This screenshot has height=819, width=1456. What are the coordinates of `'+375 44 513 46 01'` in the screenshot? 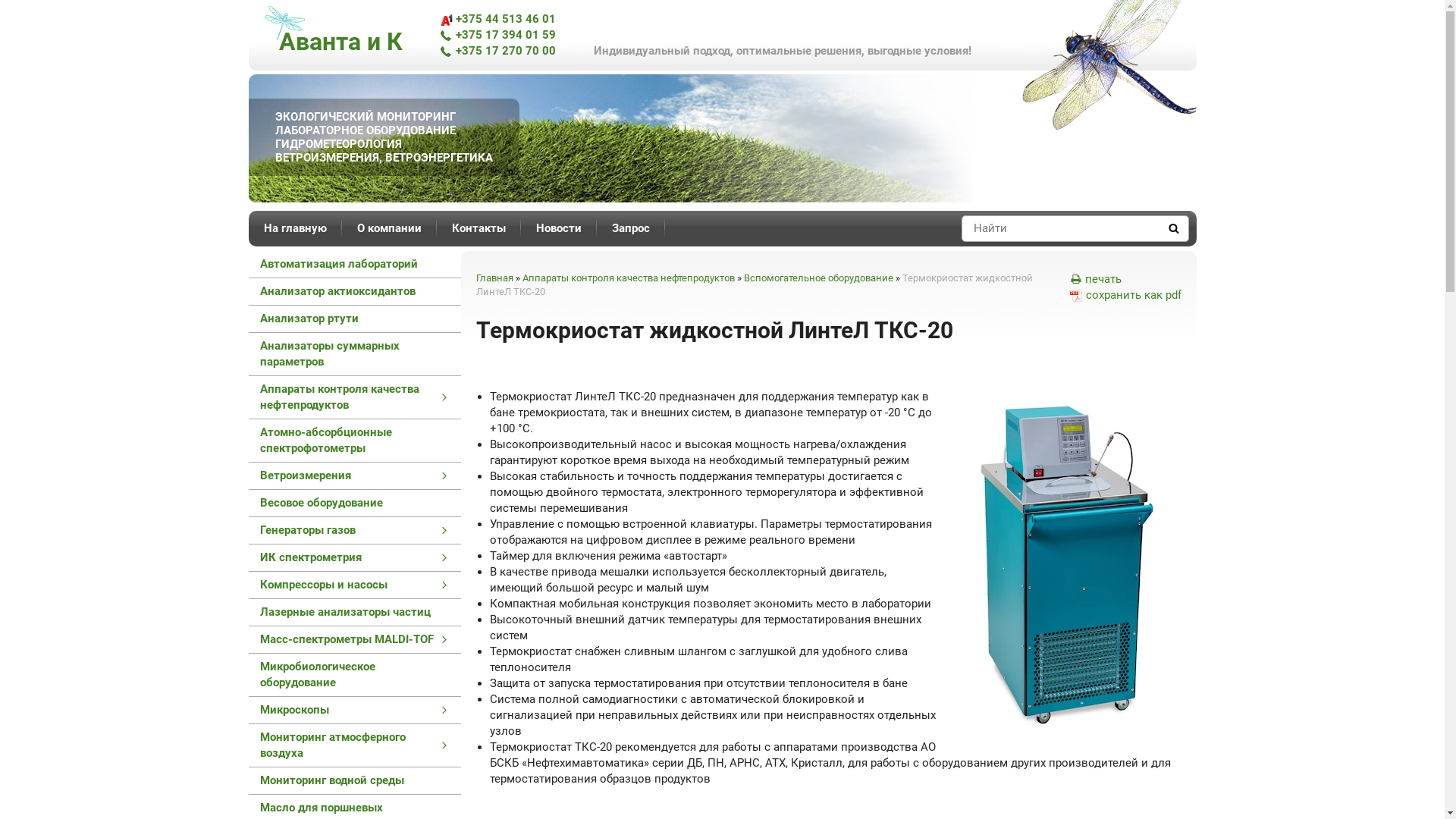 It's located at (497, 18).